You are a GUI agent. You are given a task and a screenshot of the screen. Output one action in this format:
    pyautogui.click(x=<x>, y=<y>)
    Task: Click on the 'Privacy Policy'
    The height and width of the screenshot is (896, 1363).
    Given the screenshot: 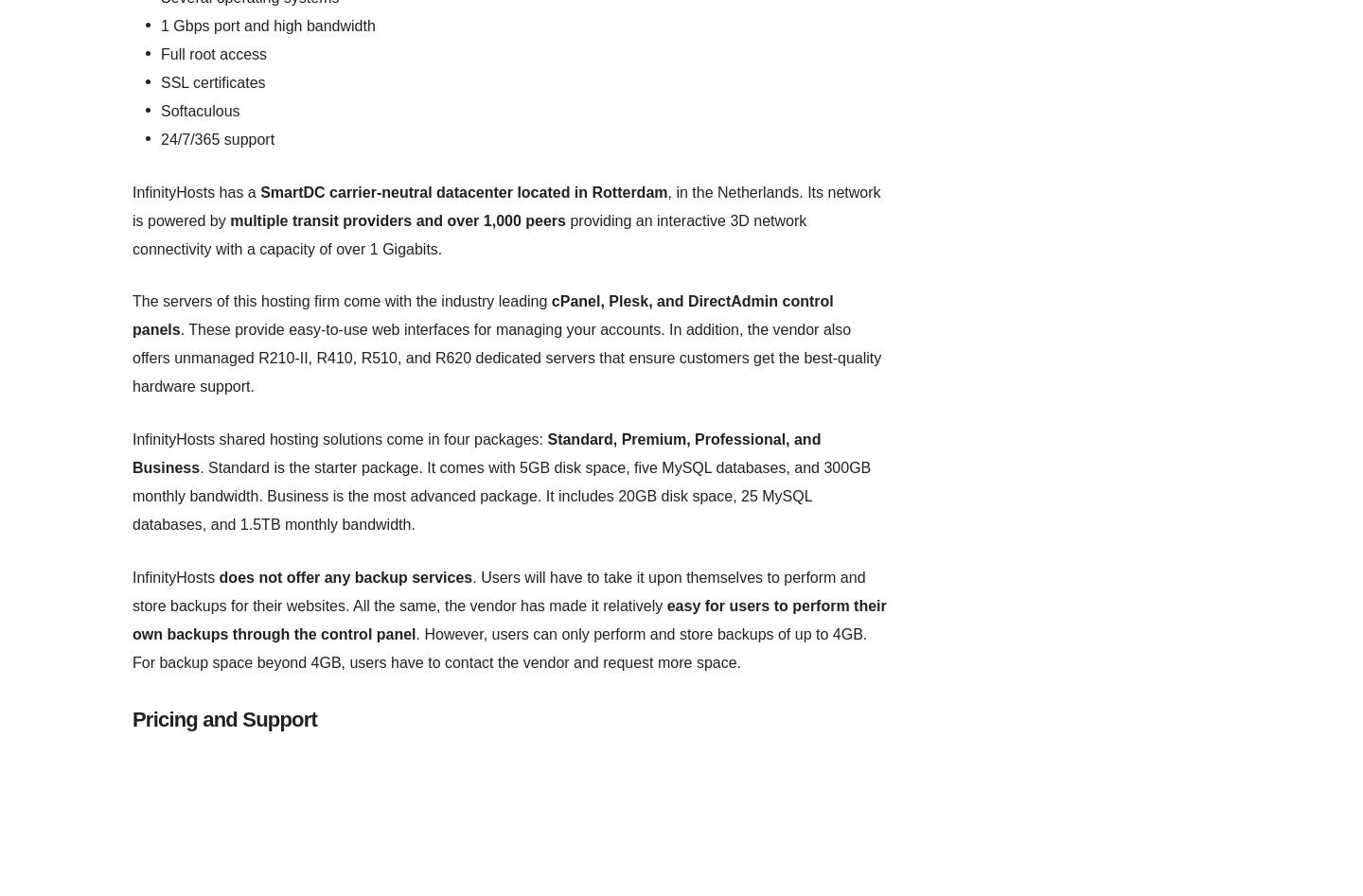 What is the action you would take?
    pyautogui.click(x=703, y=248)
    